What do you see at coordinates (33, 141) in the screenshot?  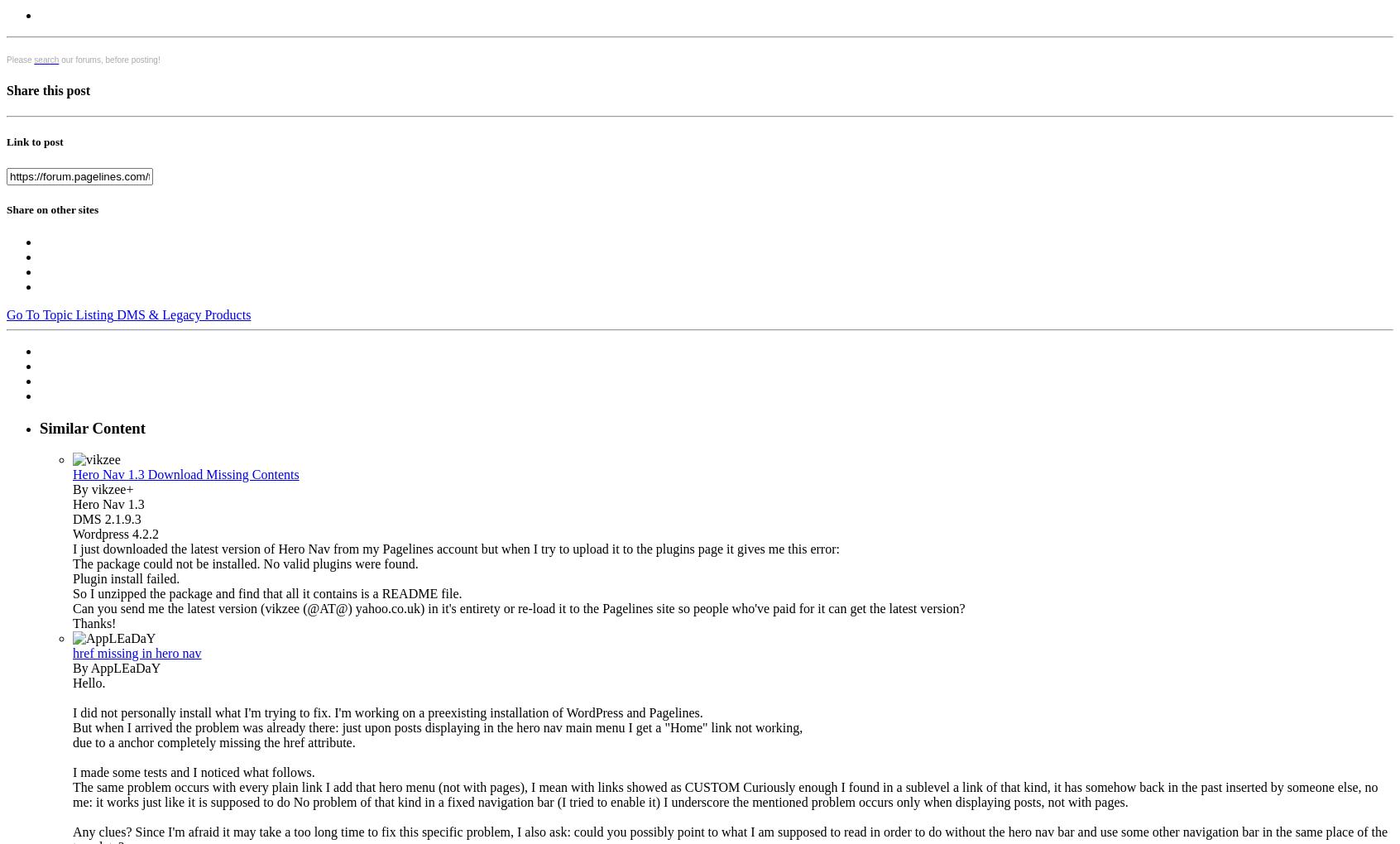 I see `'Link to post'` at bounding box center [33, 141].